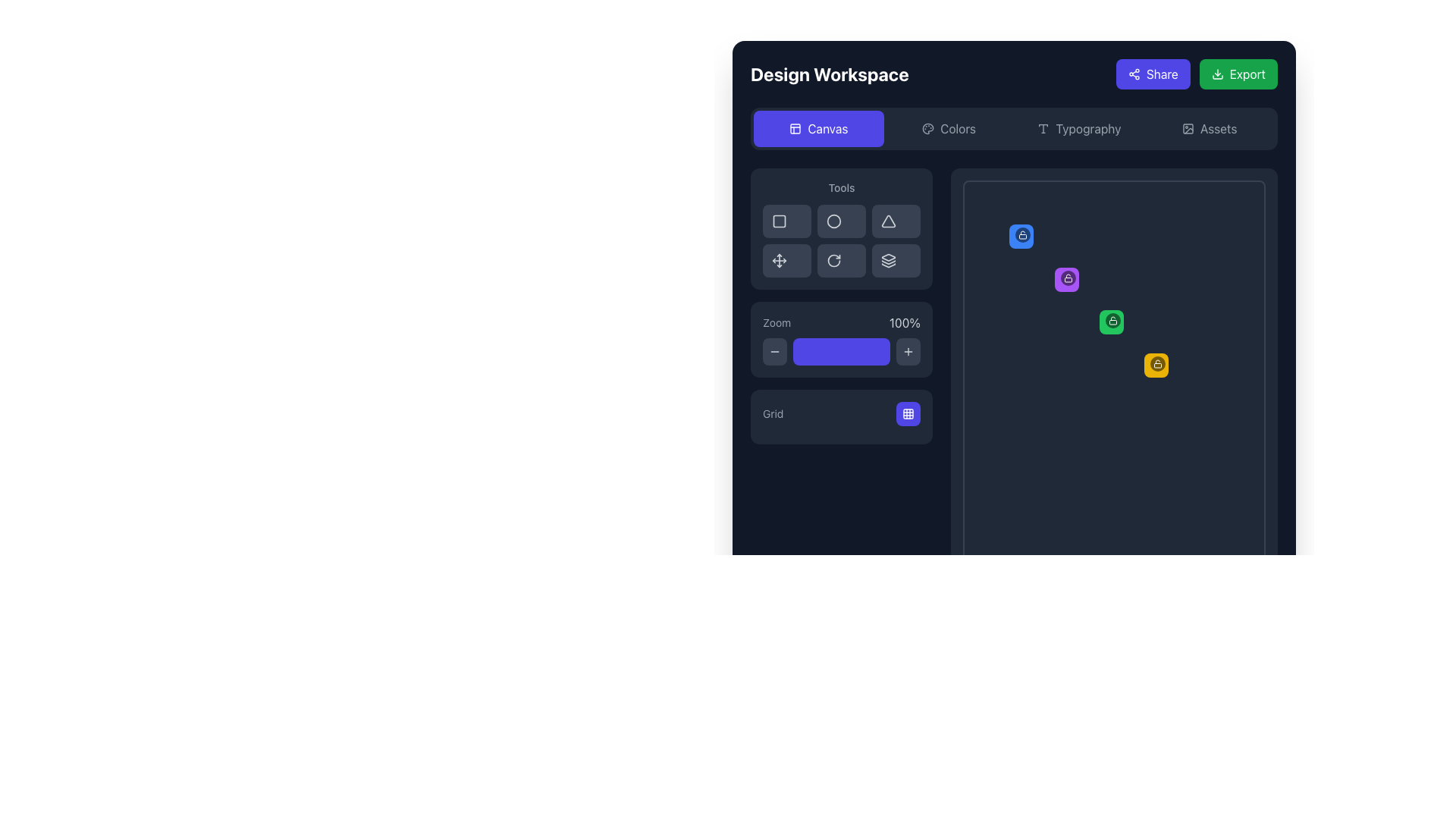 This screenshot has height=819, width=1456. I want to click on the square icon with rounded corners located in the bottom-right corner of the Tools panel, identified as the 'Grid' section, so click(908, 414).